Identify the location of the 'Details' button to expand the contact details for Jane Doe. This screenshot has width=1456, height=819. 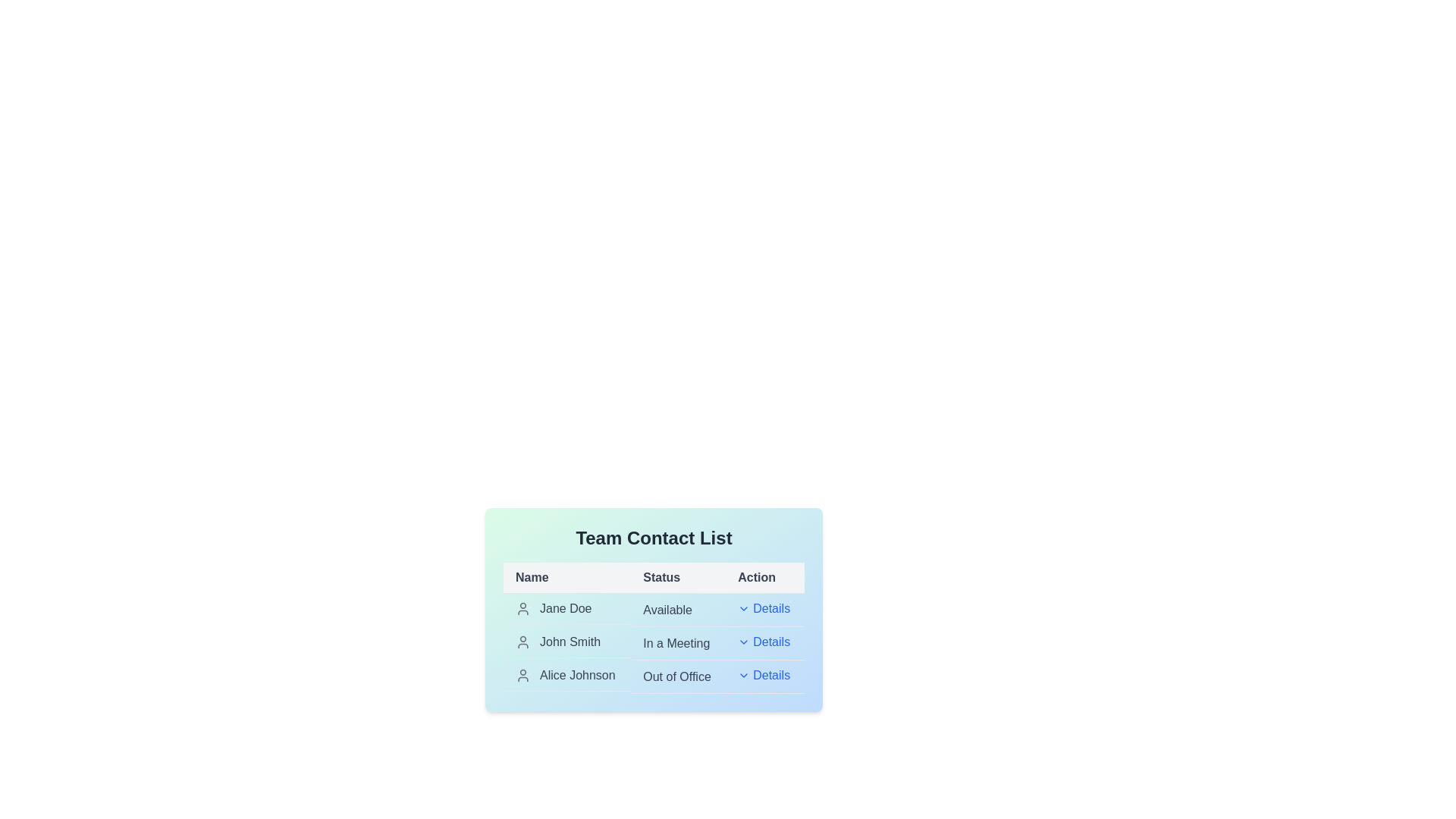
(764, 607).